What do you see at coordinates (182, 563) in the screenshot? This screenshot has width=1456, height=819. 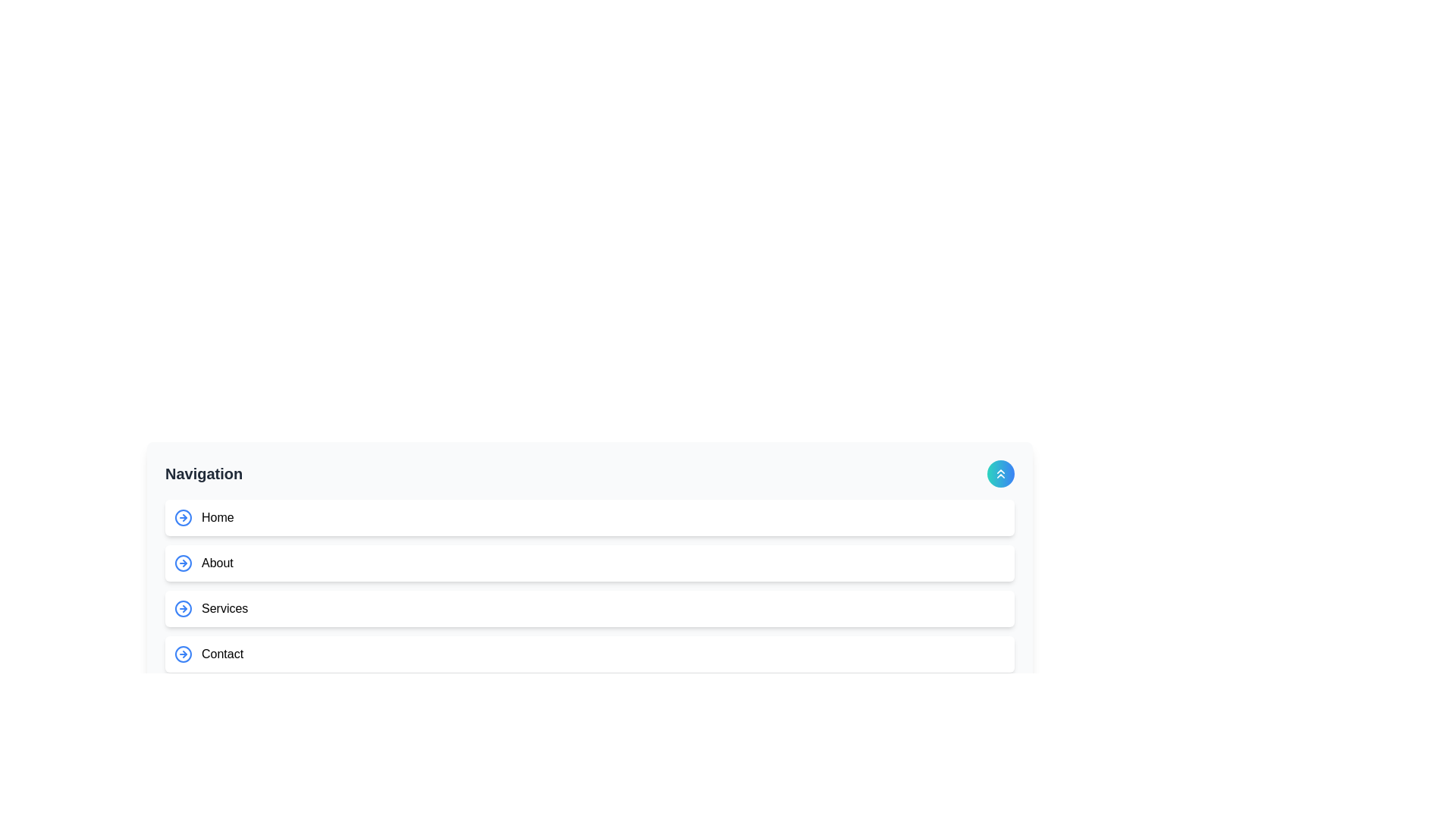 I see `the circular arrow icon located at the leftmost position within the 'About' menu option` at bounding box center [182, 563].